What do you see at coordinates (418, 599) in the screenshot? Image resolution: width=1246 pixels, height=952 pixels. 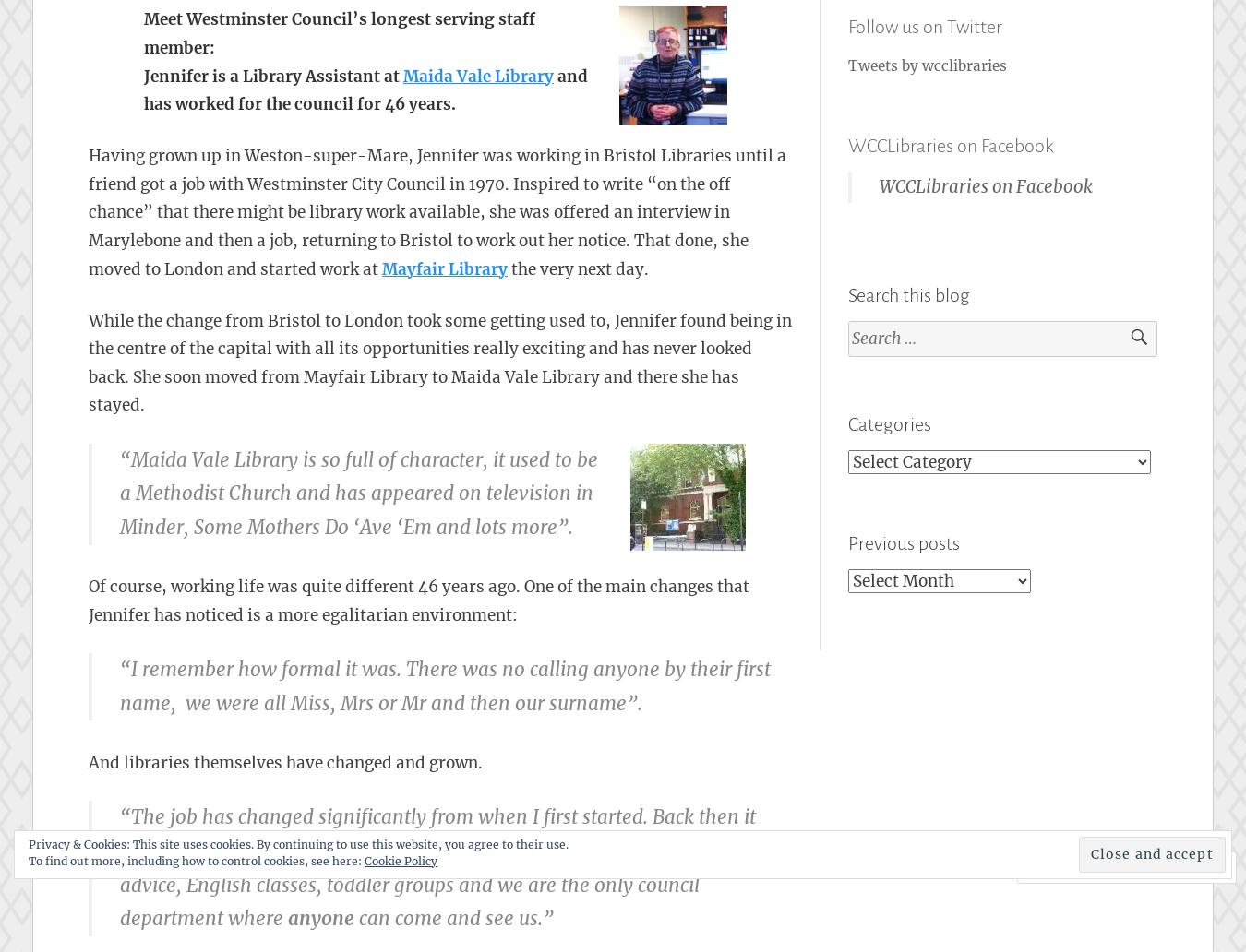 I see `'Of course, working life was quite different 46 years ago. One of the main changes that Jennifer has noticed is a more egalitarian environment:'` at bounding box center [418, 599].